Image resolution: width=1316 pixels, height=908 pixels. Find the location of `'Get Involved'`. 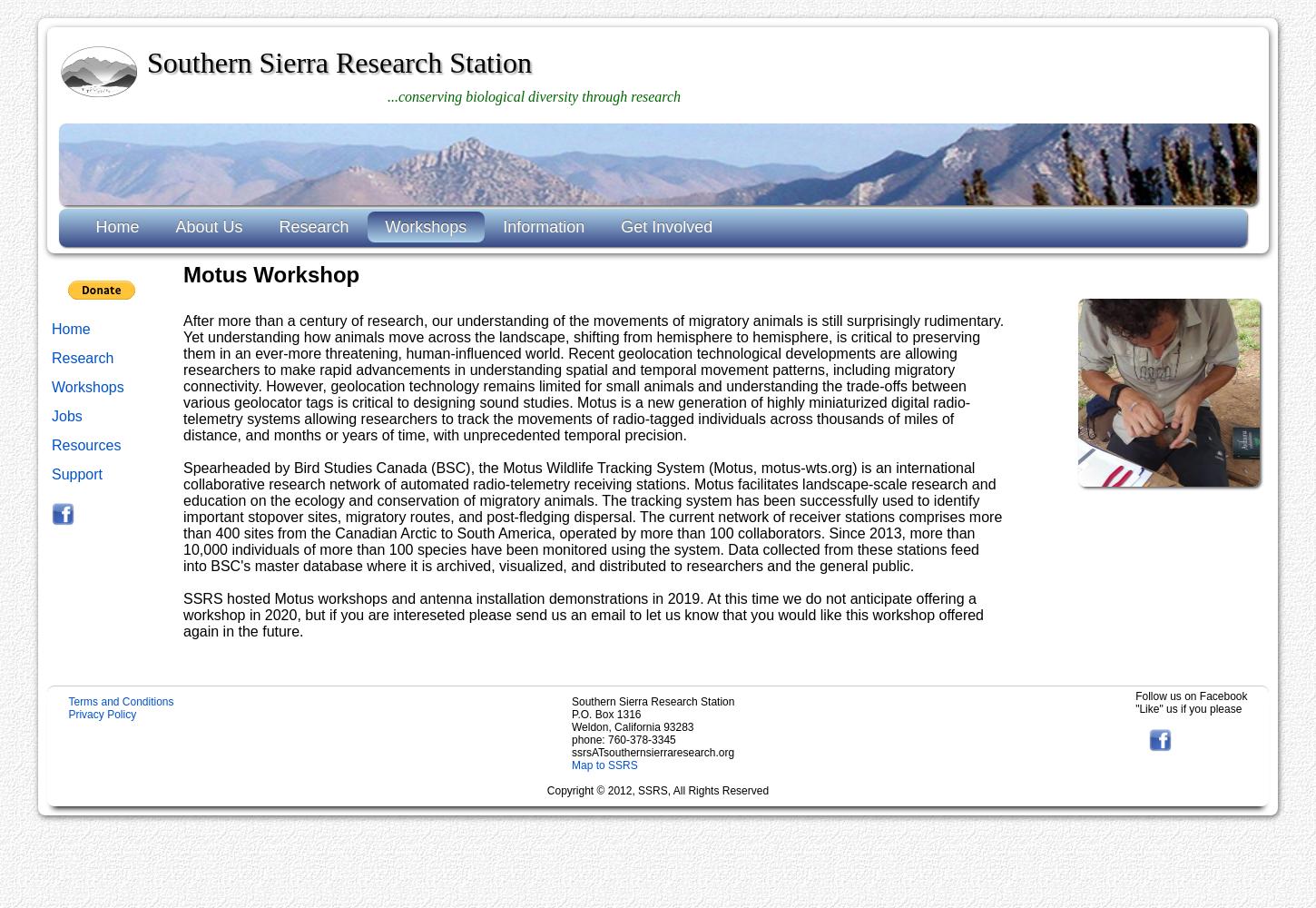

'Get Involved' is located at coordinates (666, 225).